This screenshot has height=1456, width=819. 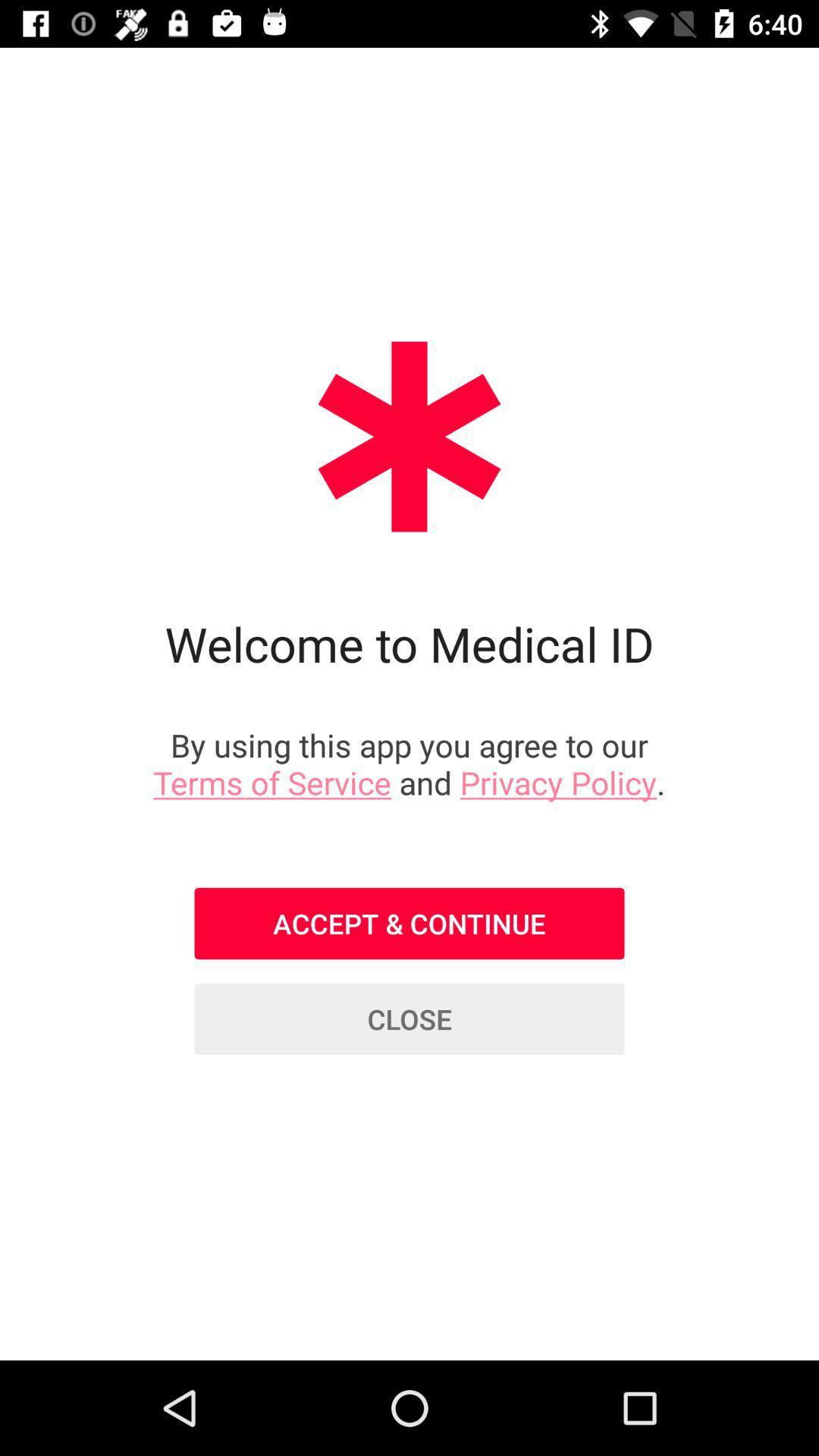 I want to click on icon below welcome to medical icon, so click(x=409, y=764).